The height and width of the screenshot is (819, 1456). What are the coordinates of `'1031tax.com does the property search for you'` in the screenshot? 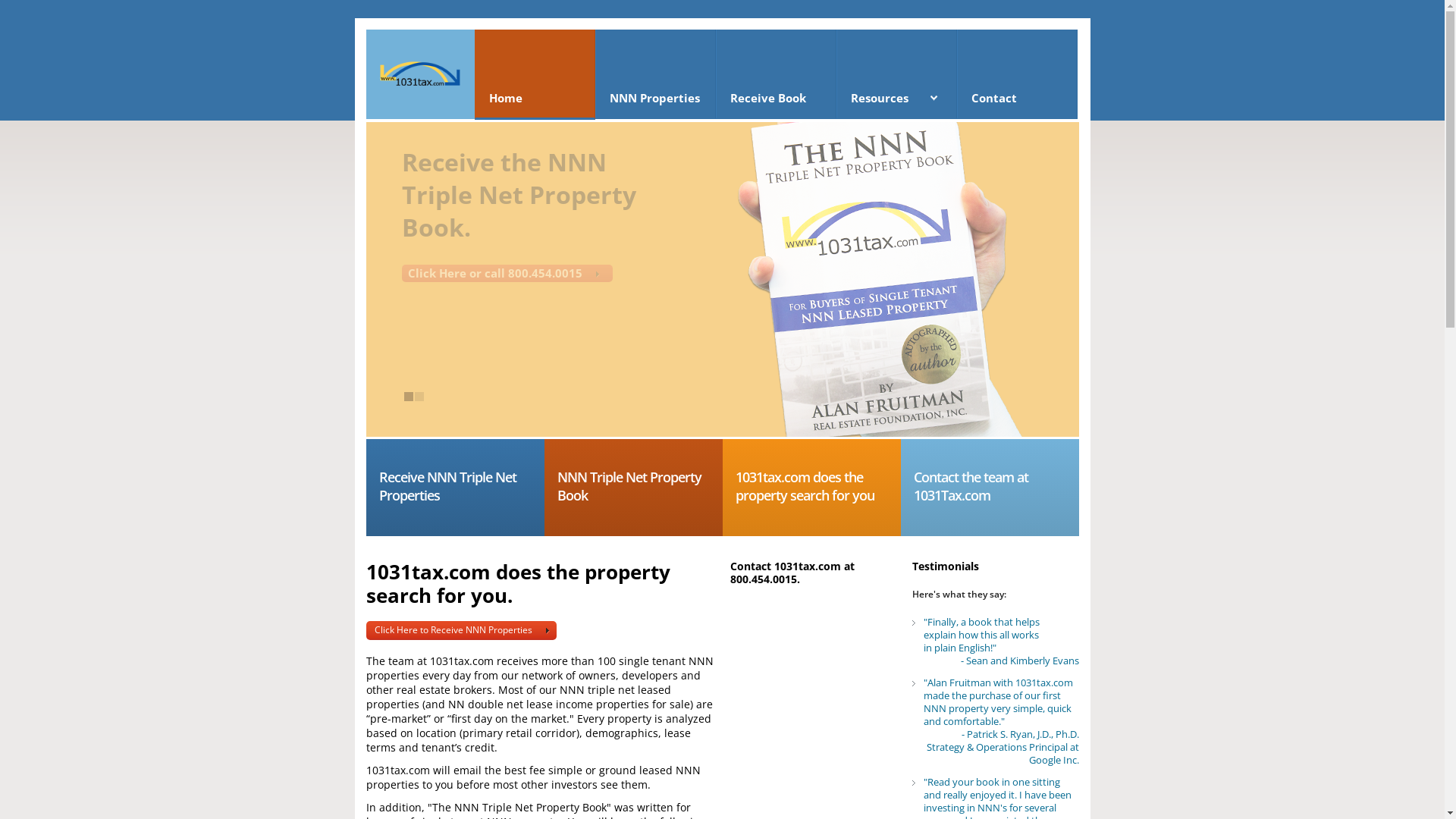 It's located at (720, 488).